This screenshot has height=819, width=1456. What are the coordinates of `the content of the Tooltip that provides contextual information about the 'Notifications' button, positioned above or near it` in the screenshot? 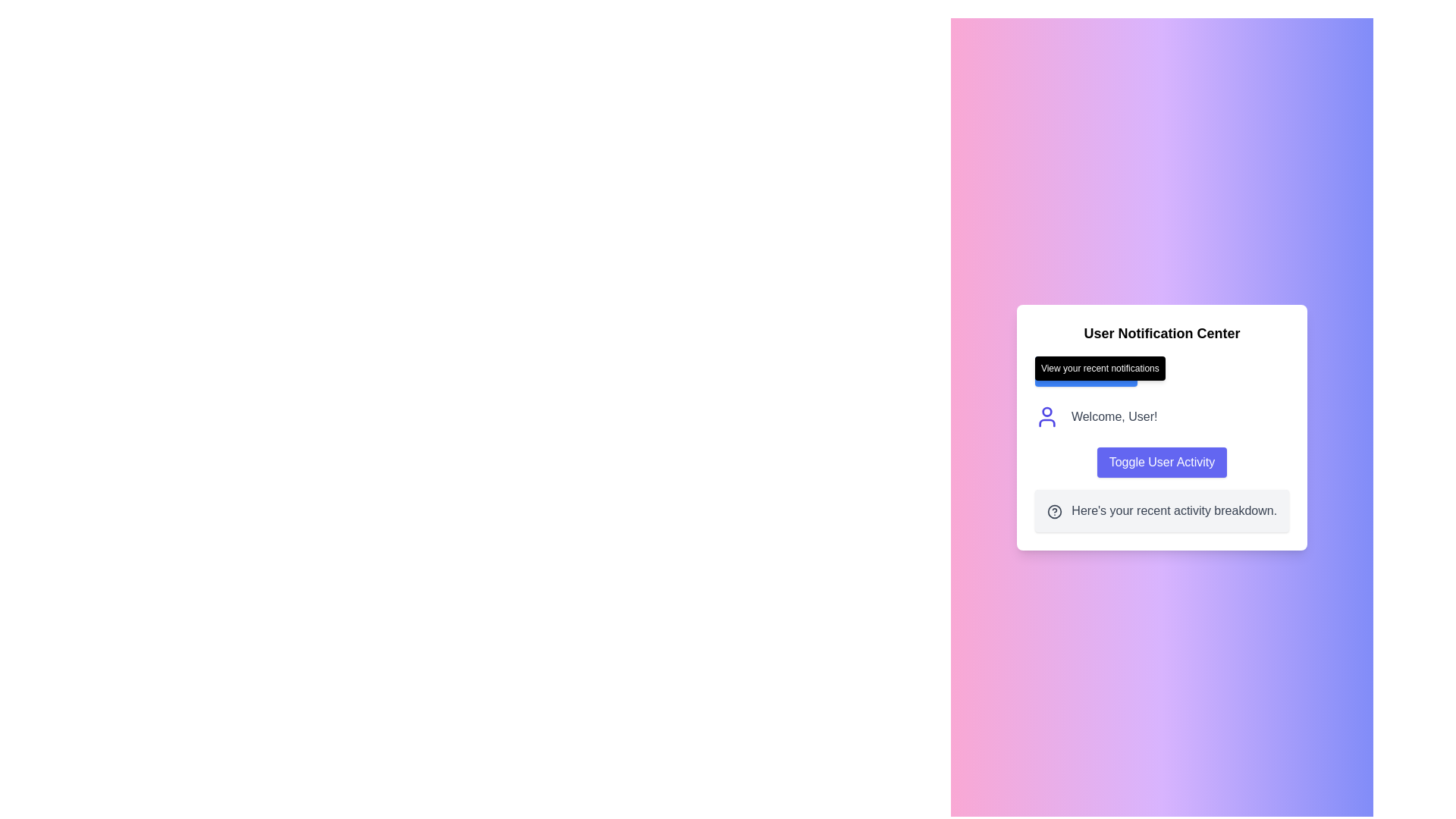 It's located at (1100, 369).